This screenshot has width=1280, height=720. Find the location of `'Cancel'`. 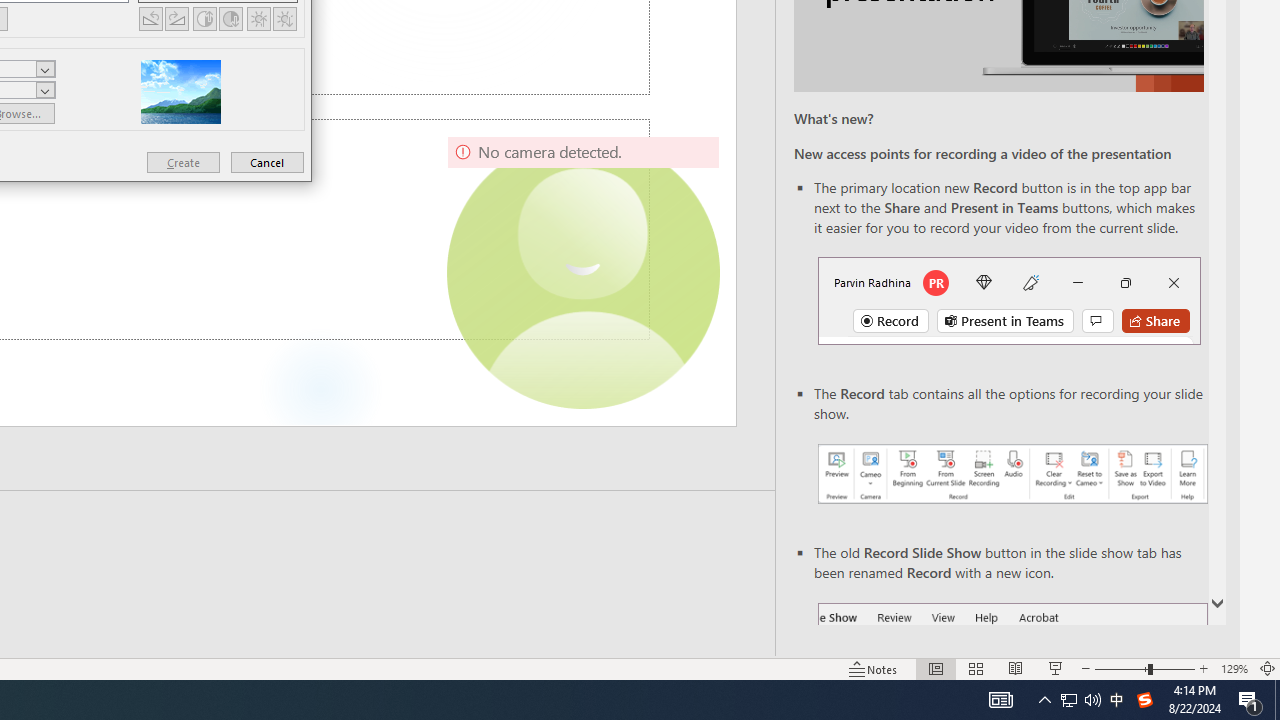

'Cancel' is located at coordinates (266, 161).